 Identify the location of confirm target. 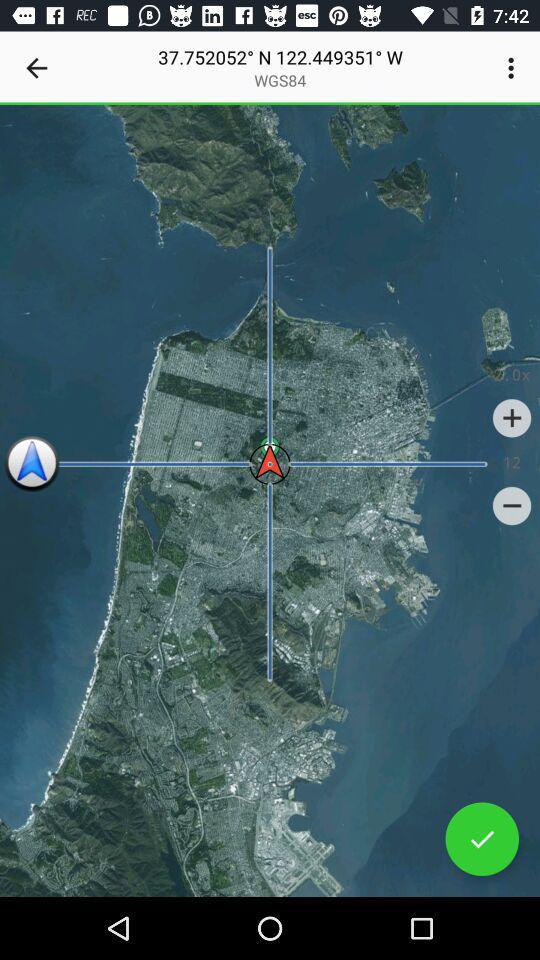
(481, 839).